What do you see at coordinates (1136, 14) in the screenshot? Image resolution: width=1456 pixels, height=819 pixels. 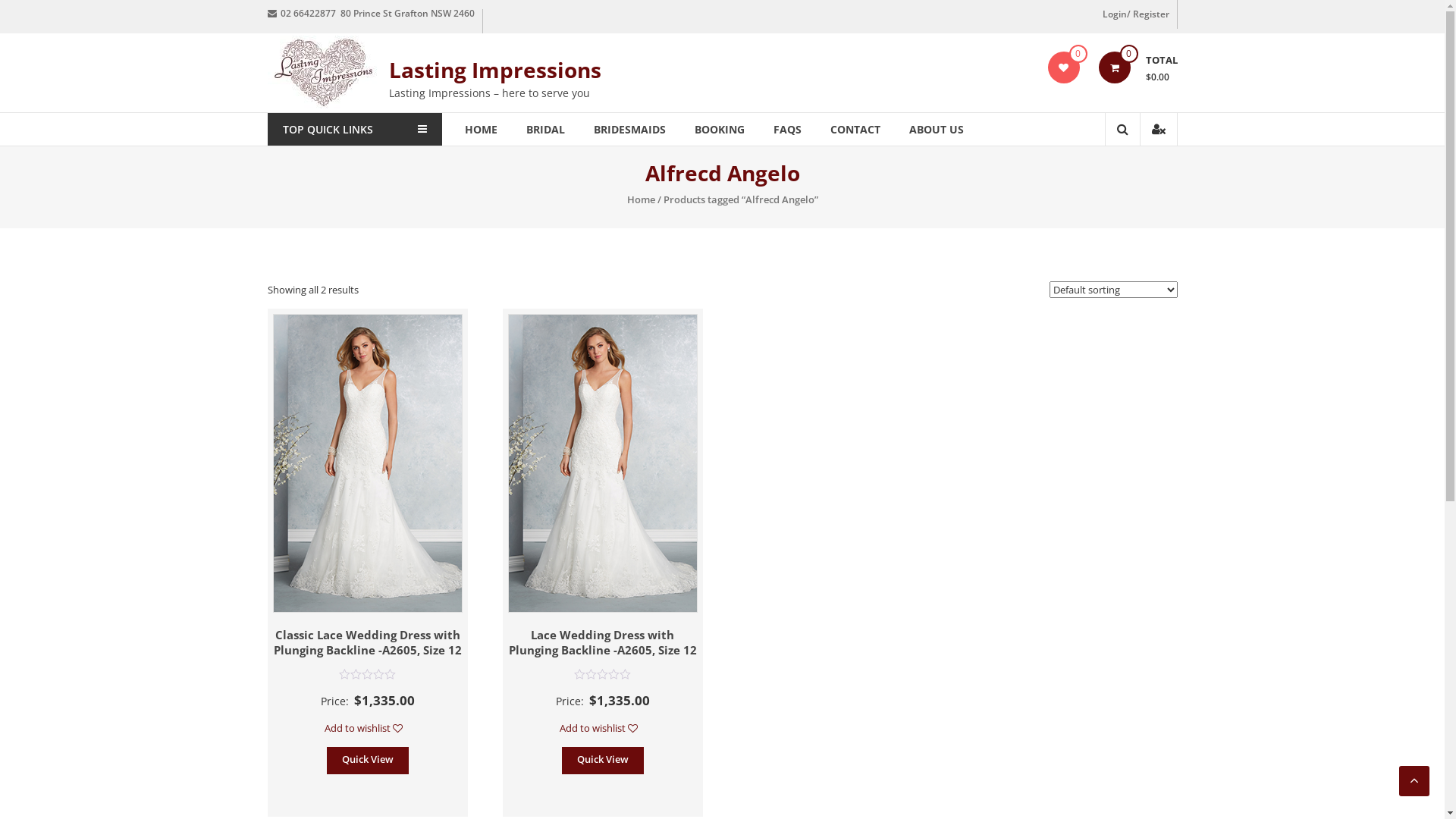 I see `'Login/ Register'` at bounding box center [1136, 14].